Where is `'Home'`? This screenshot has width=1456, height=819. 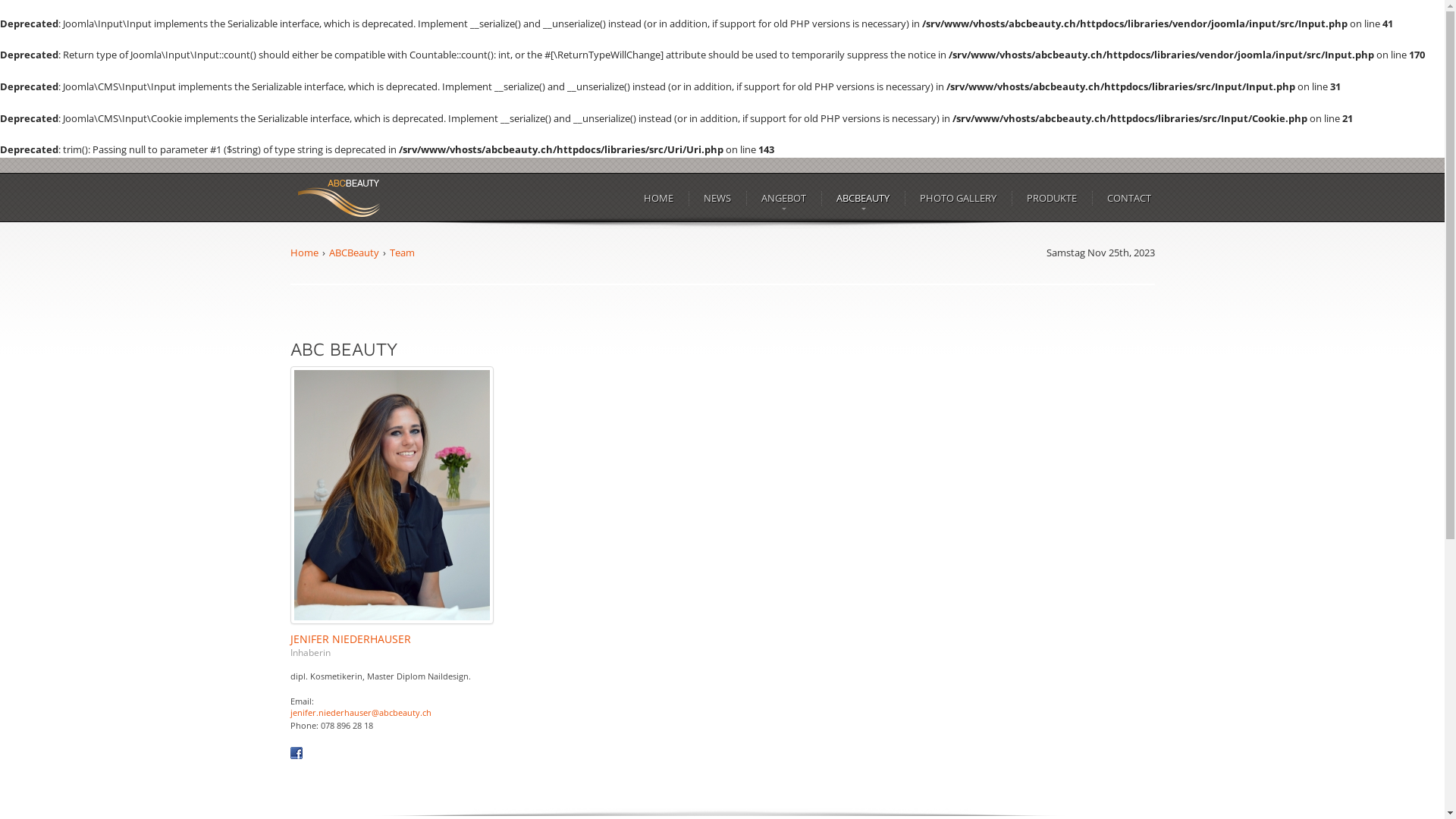 'Home' is located at coordinates (303, 251).